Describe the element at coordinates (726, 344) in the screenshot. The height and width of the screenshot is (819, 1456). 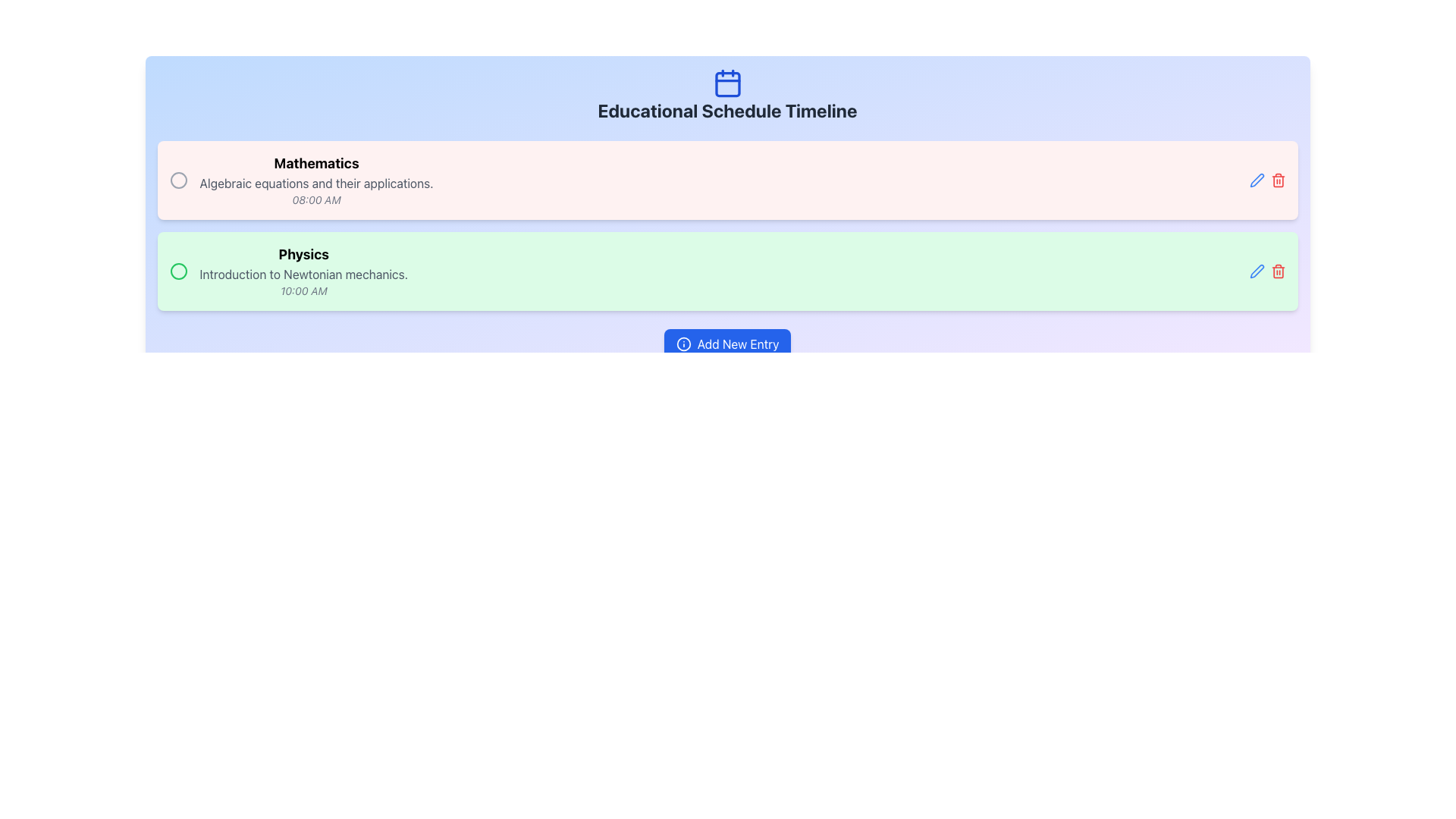
I see `the 'Add New Entry' button with a rounded rectangle form, blue background, and white text to observe the hover effects` at that location.